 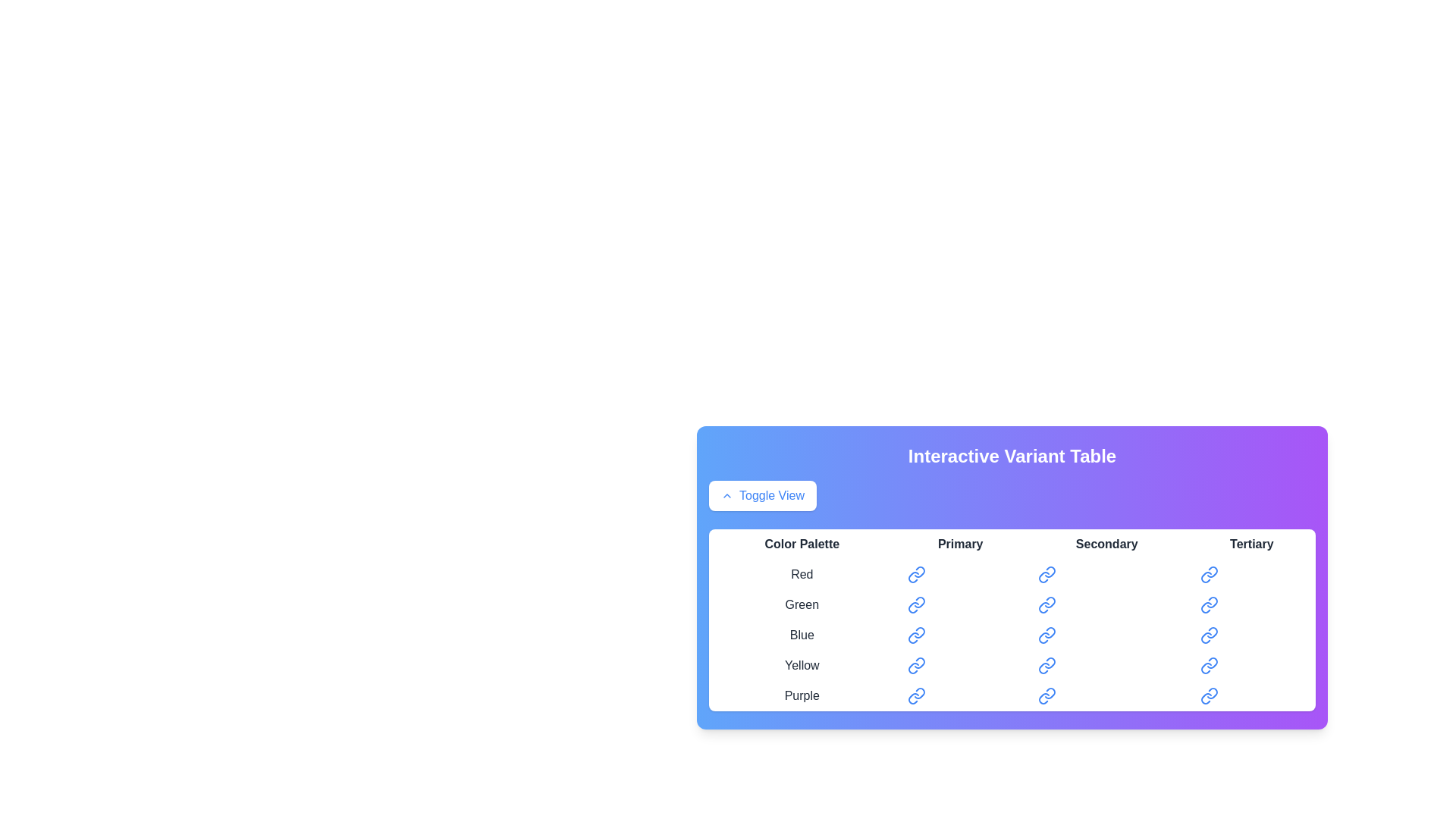 I want to click on the hyperlink labeled 'Primary - Blue' located in the third row and second column of the table, so click(x=959, y=635).